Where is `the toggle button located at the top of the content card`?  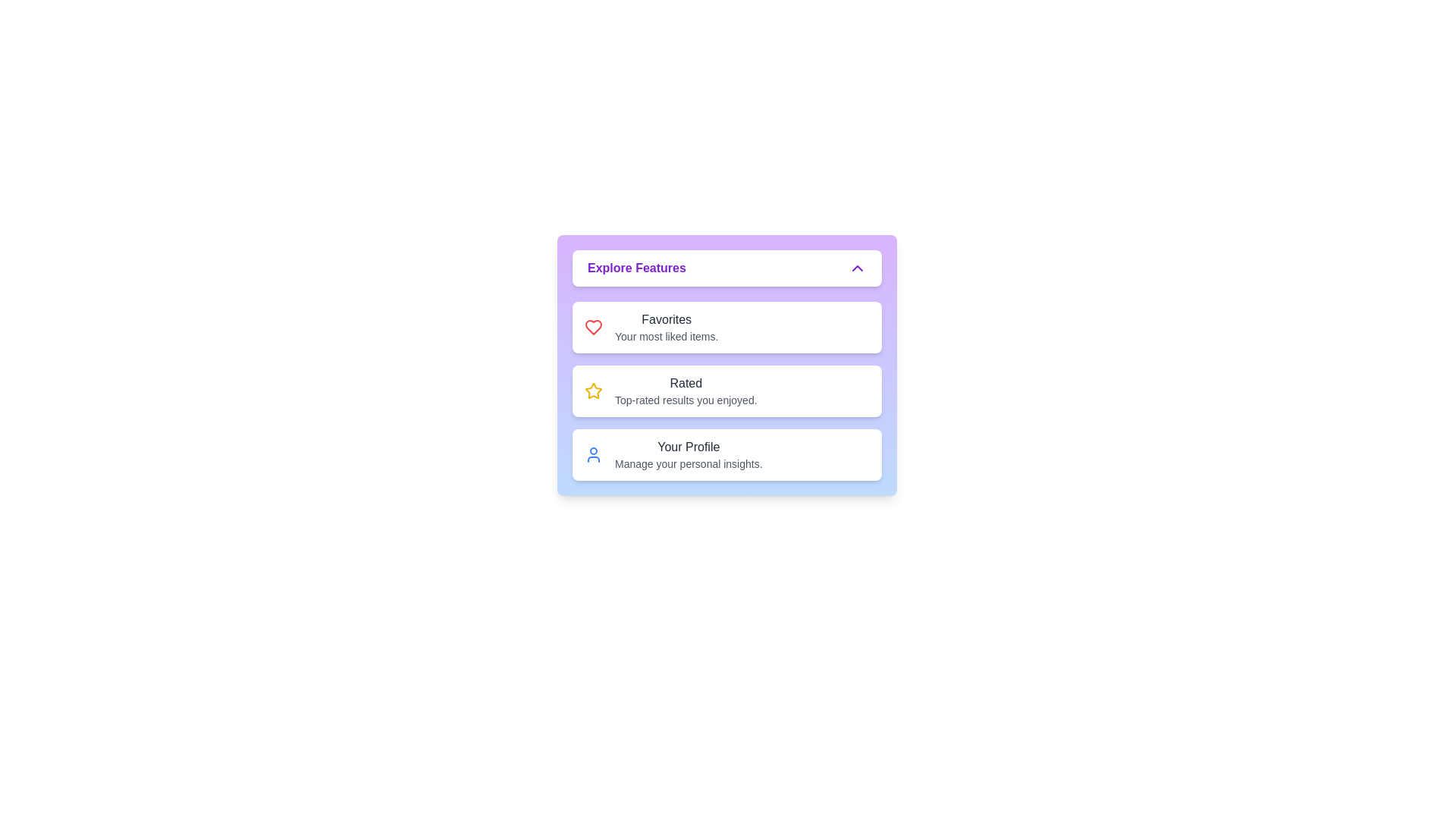 the toggle button located at the top of the content card is located at coordinates (726, 268).